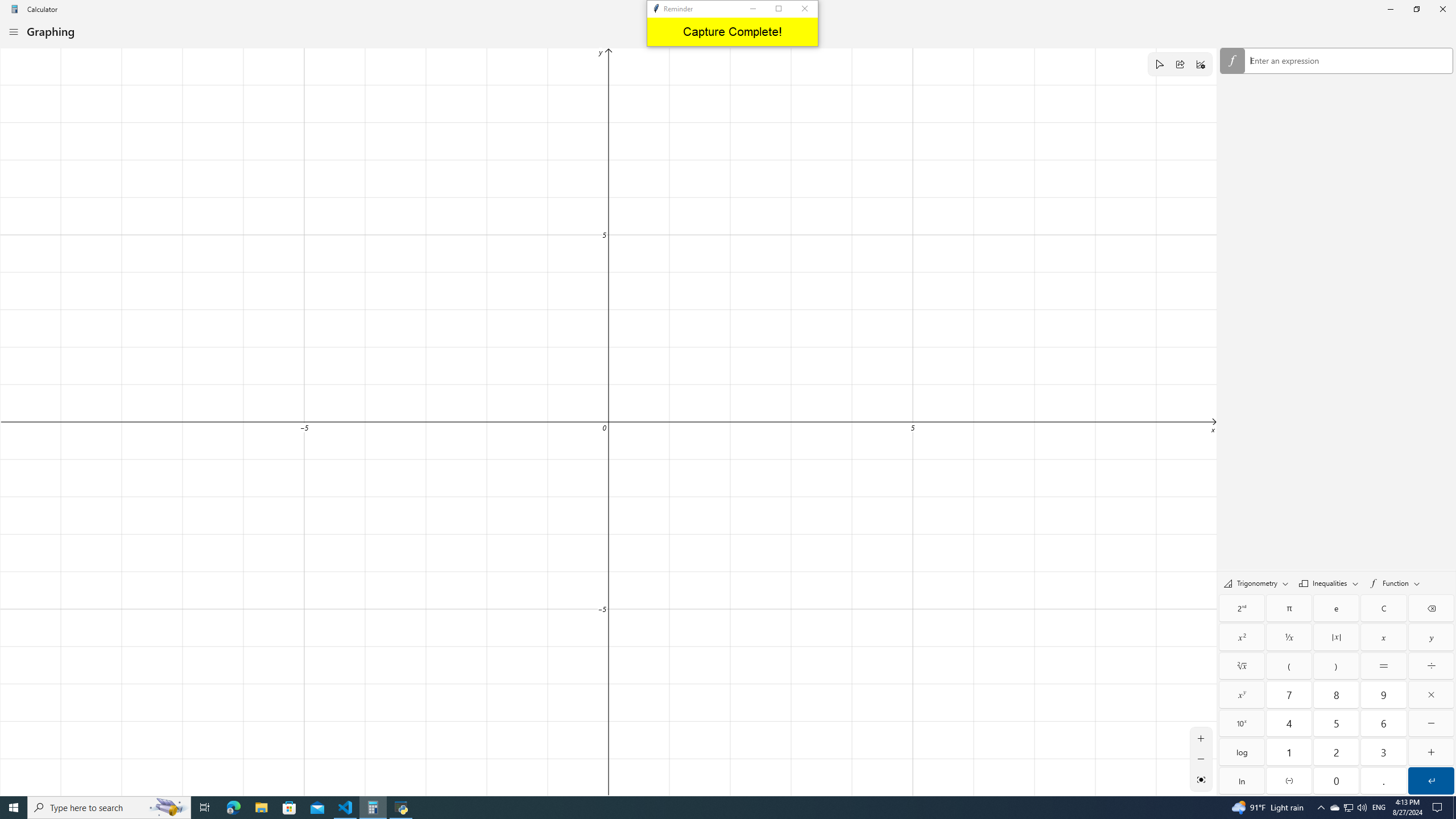  What do you see at coordinates (1328, 582) in the screenshot?
I see `'Inequalities'` at bounding box center [1328, 582].